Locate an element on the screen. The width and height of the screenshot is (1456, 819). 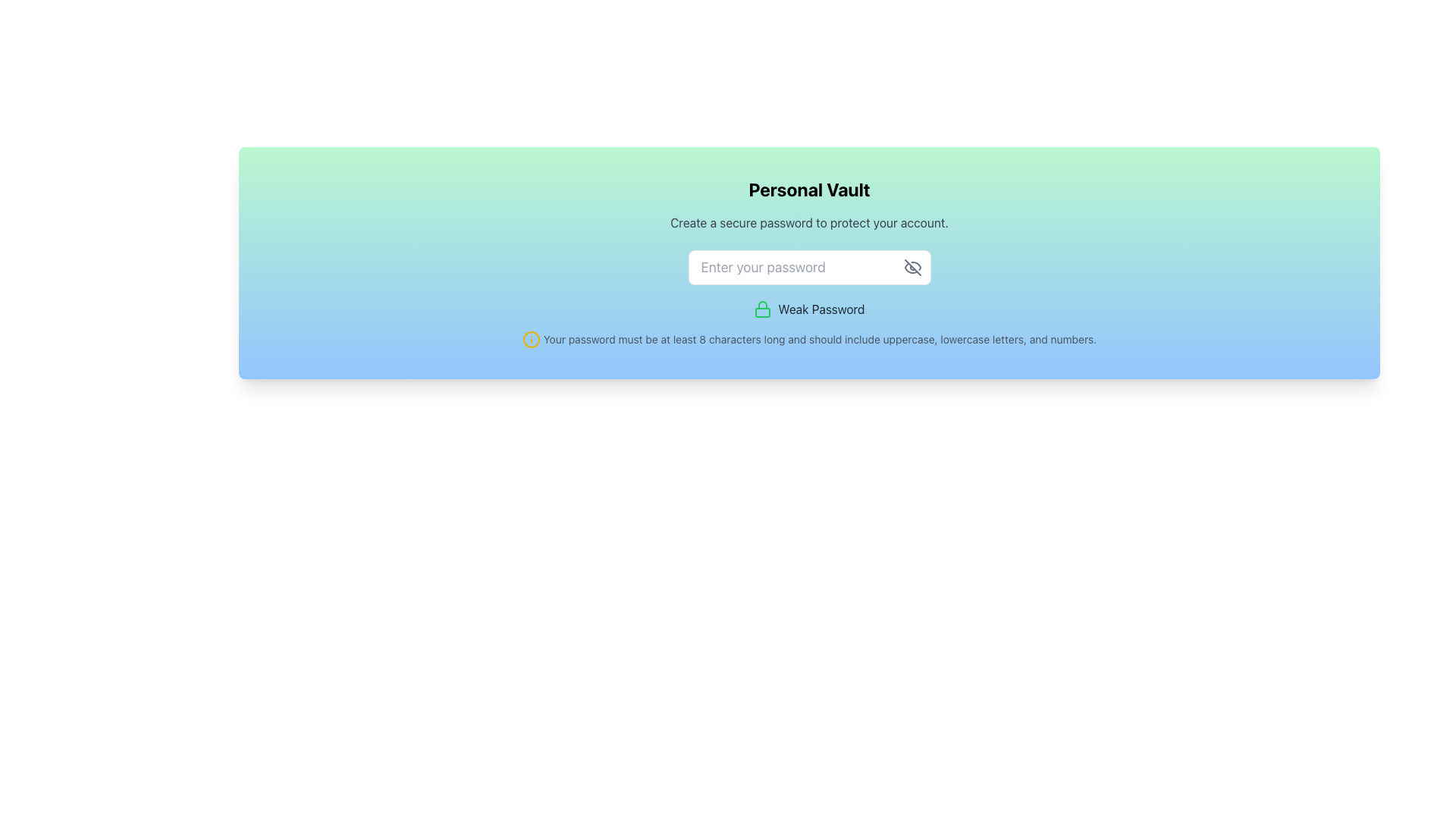
the static text label with an icon indicating the security level of the user's password input, which is located below the password input box and above the text description detailing password requirements is located at coordinates (808, 309).